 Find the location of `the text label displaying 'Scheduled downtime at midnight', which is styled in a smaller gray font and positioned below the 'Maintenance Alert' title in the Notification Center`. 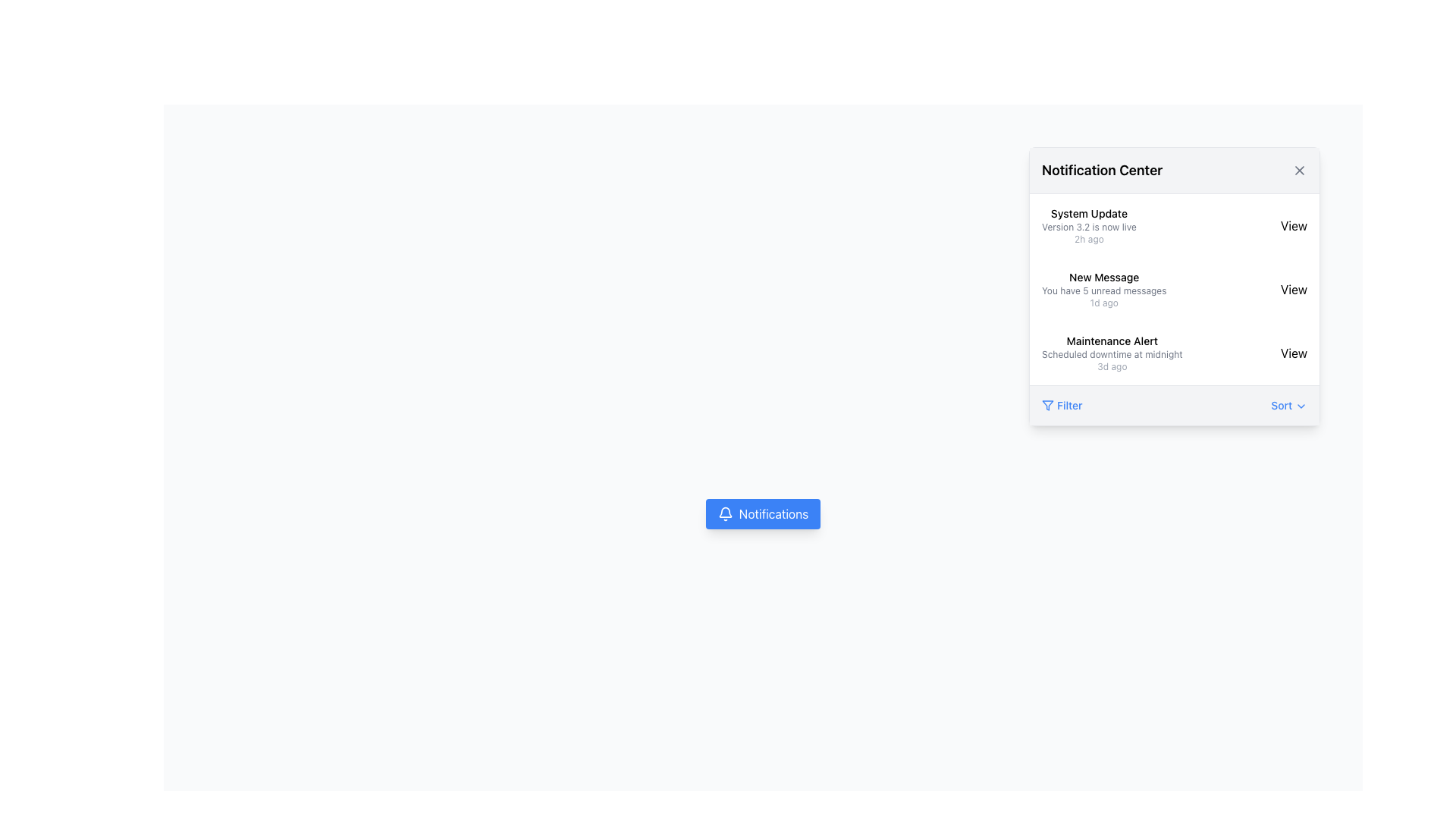

the text label displaying 'Scheduled downtime at midnight', which is styled in a smaller gray font and positioned below the 'Maintenance Alert' title in the Notification Center is located at coordinates (1112, 354).